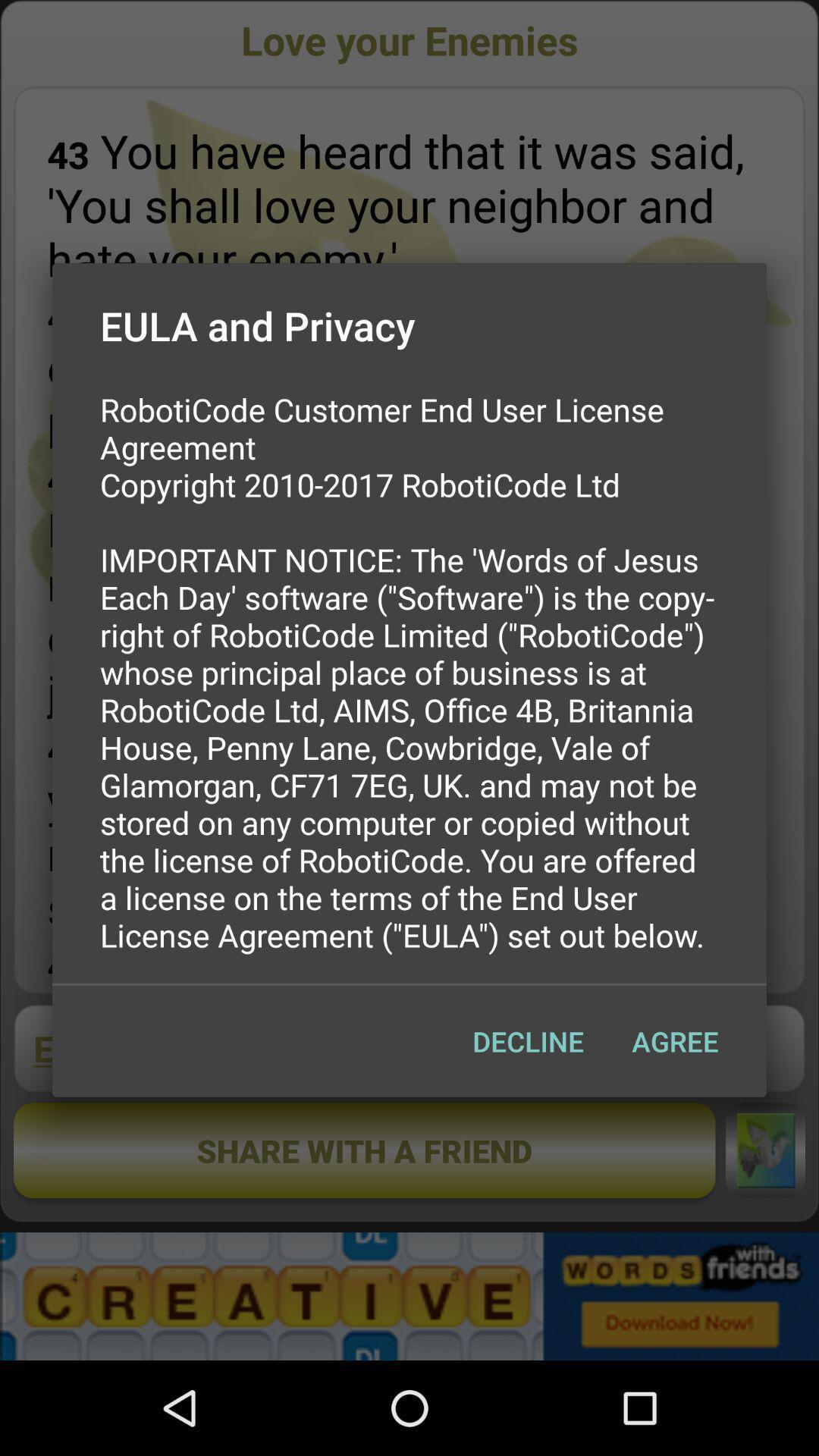 Image resolution: width=819 pixels, height=1456 pixels. Describe the element at coordinates (674, 1040) in the screenshot. I see `agree icon` at that location.